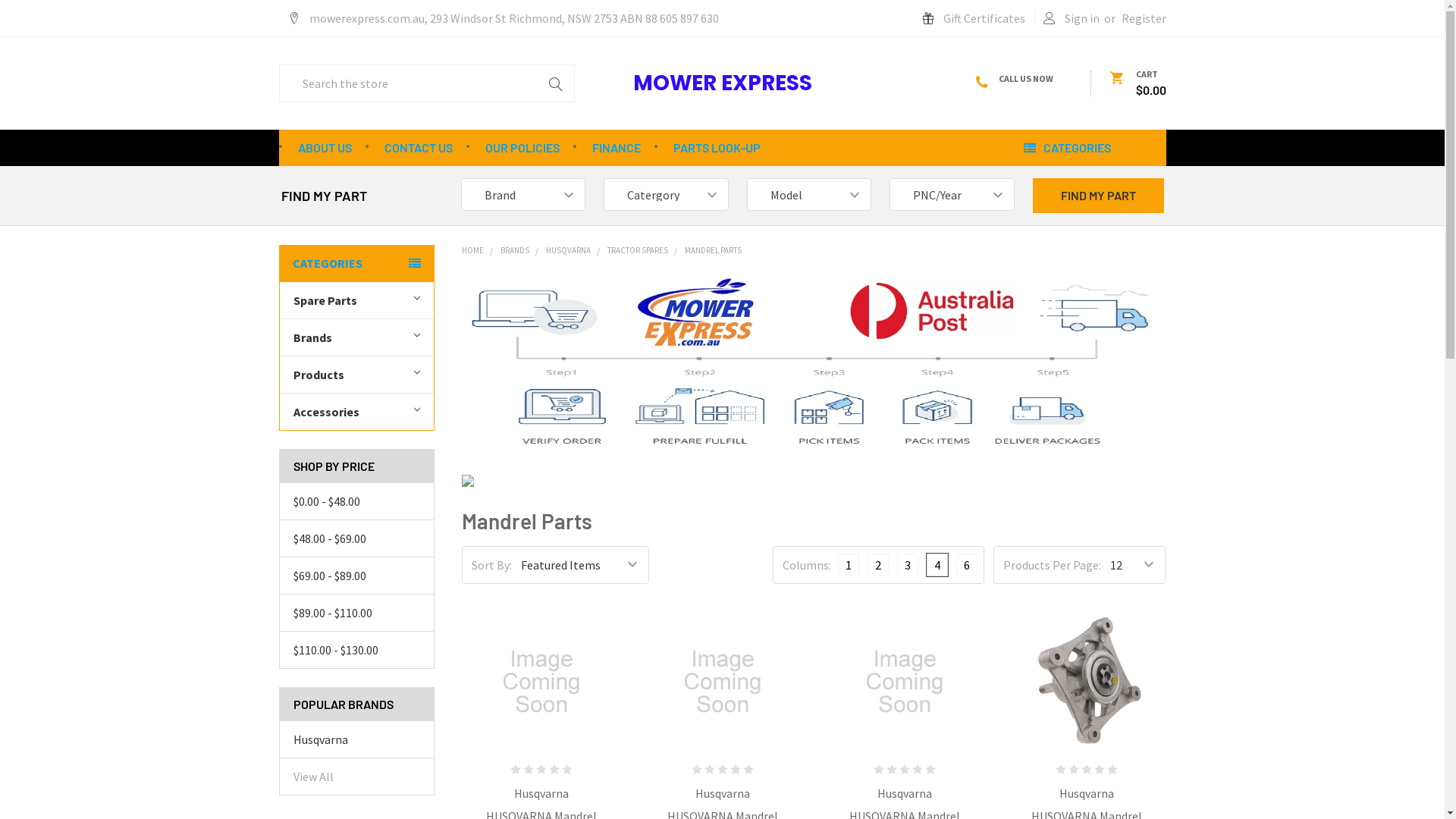 The image size is (1456, 819). What do you see at coordinates (615, 148) in the screenshot?
I see `'FINANCE'` at bounding box center [615, 148].